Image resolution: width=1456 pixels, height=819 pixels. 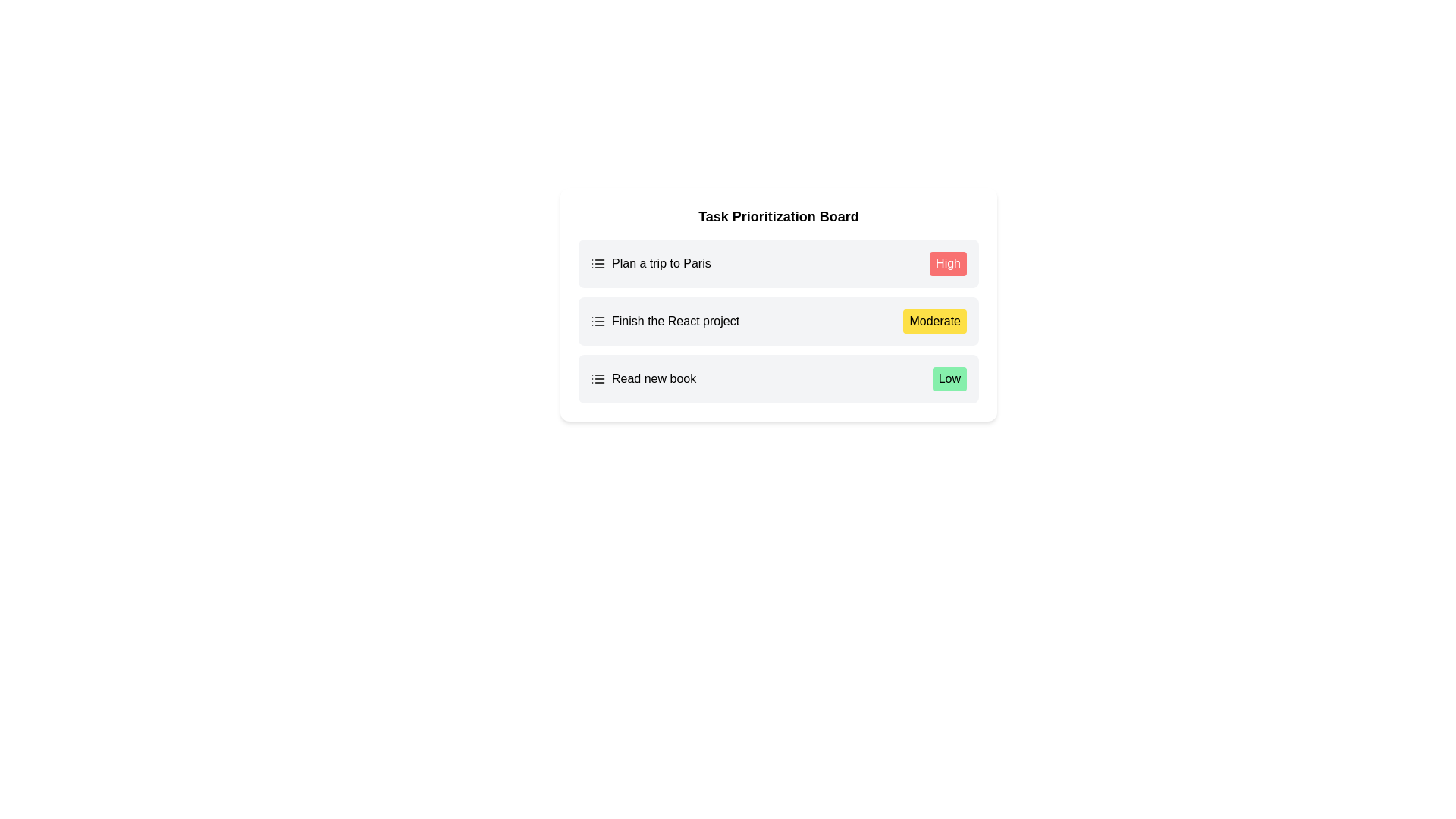 I want to click on the list icon SVG element located in the second row of the 'Task Prioritization Board', adjacent to the 'Finish the React project' text, so click(x=597, y=321).